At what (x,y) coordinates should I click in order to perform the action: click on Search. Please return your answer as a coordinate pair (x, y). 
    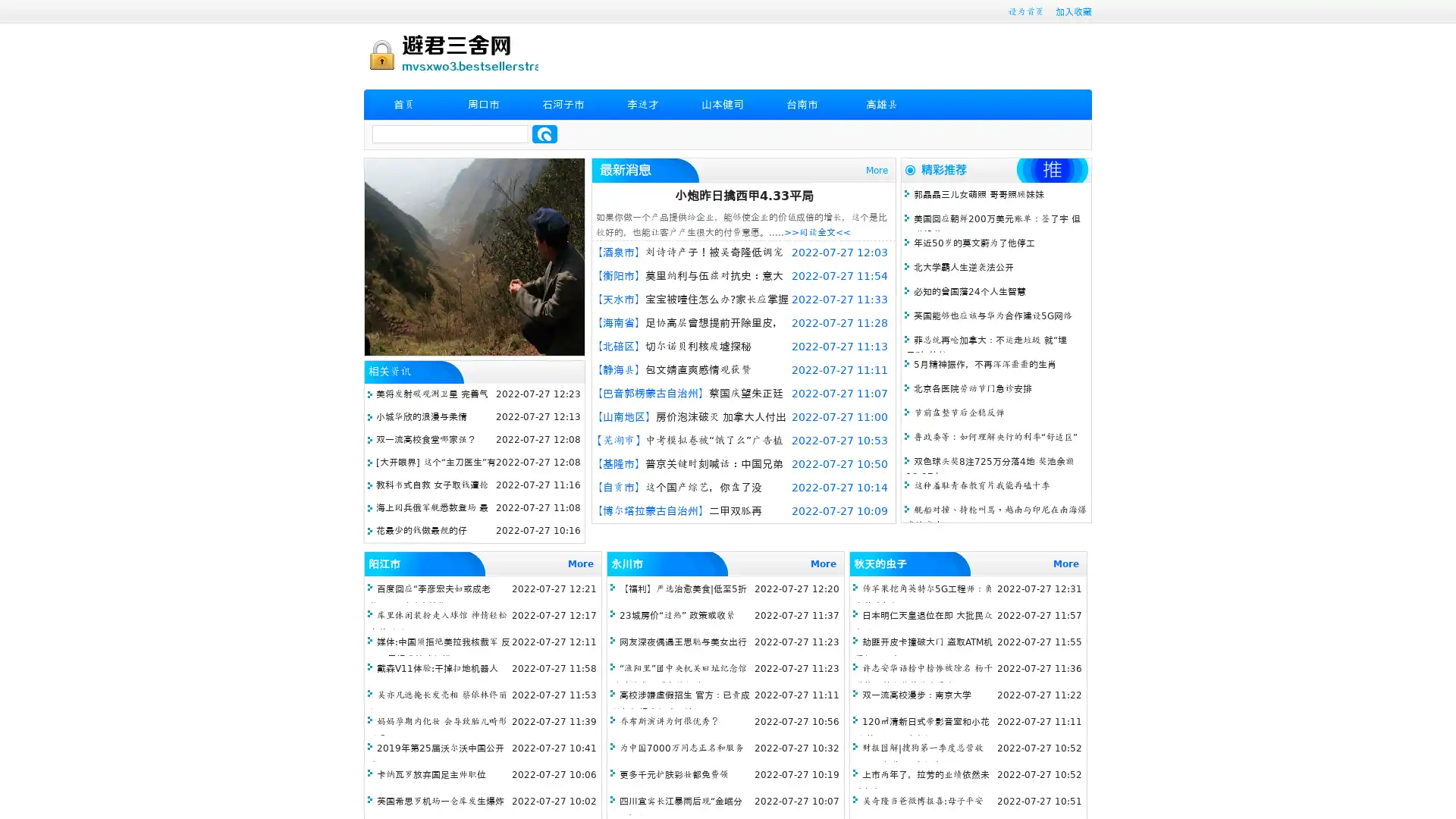
    Looking at the image, I should click on (544, 133).